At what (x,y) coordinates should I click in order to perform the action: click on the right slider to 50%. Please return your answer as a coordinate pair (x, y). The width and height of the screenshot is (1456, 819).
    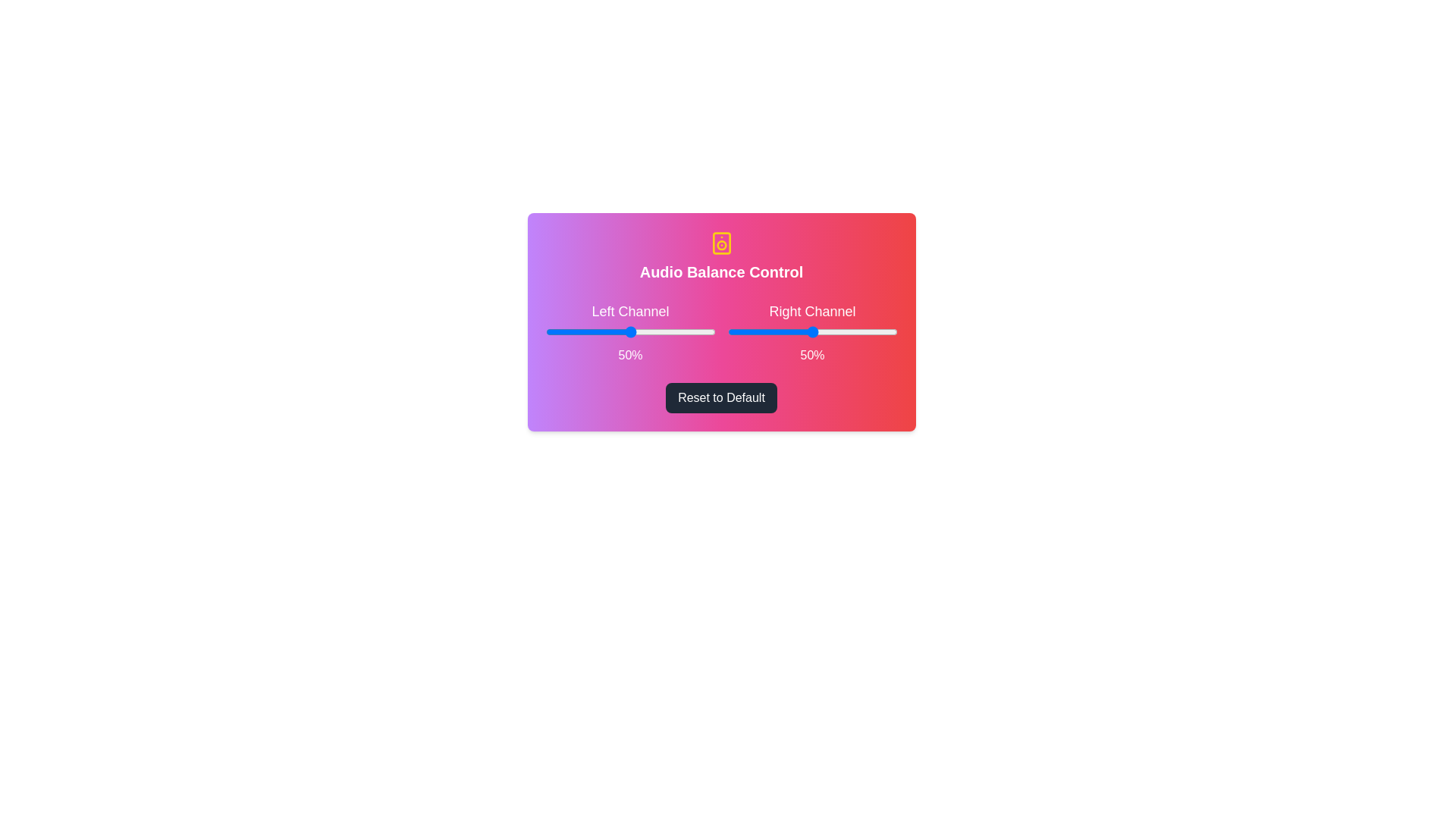
    Looking at the image, I should click on (811, 331).